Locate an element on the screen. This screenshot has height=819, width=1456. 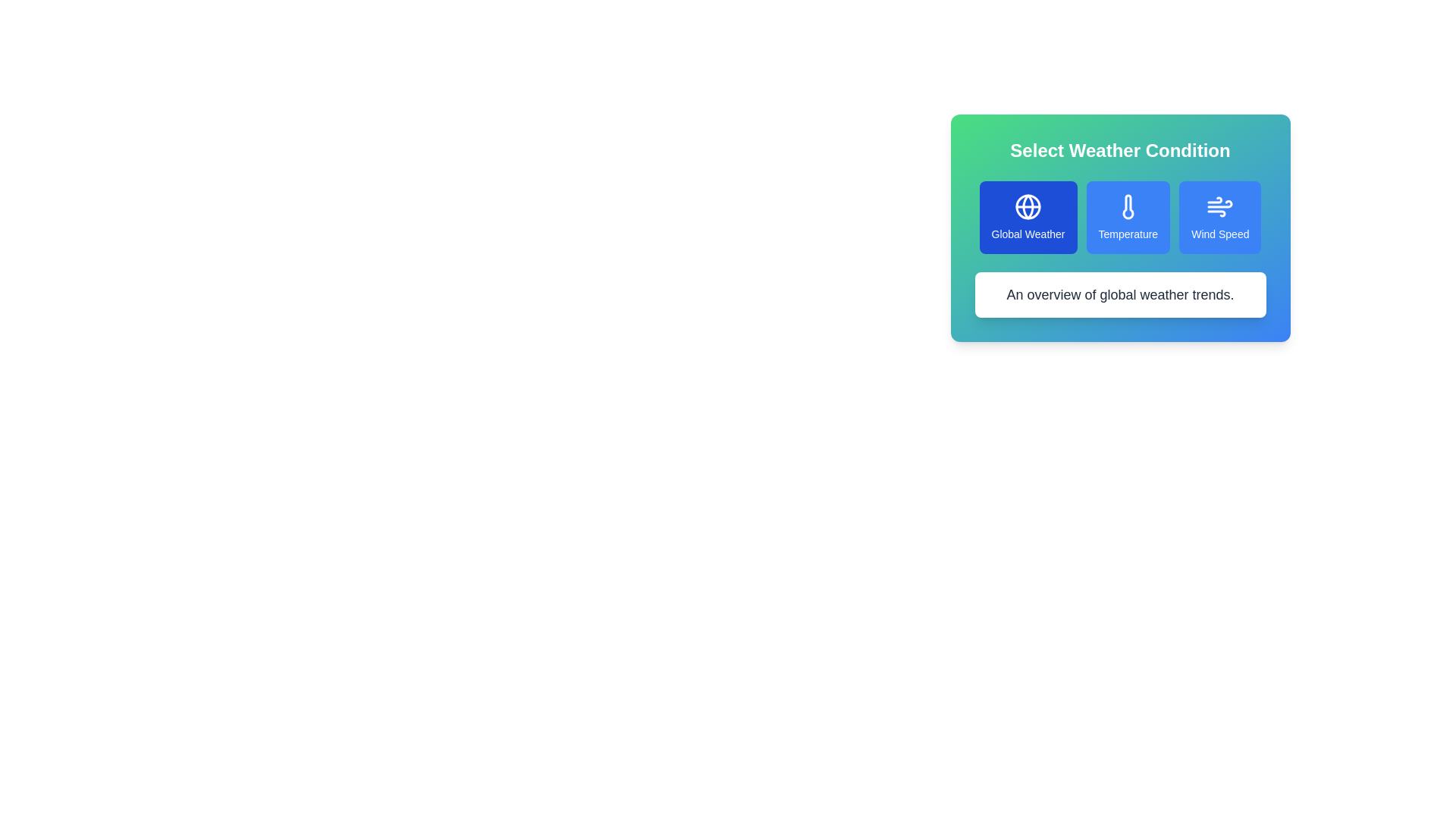
the weather condition Temperature to view its details is located at coordinates (1128, 217).